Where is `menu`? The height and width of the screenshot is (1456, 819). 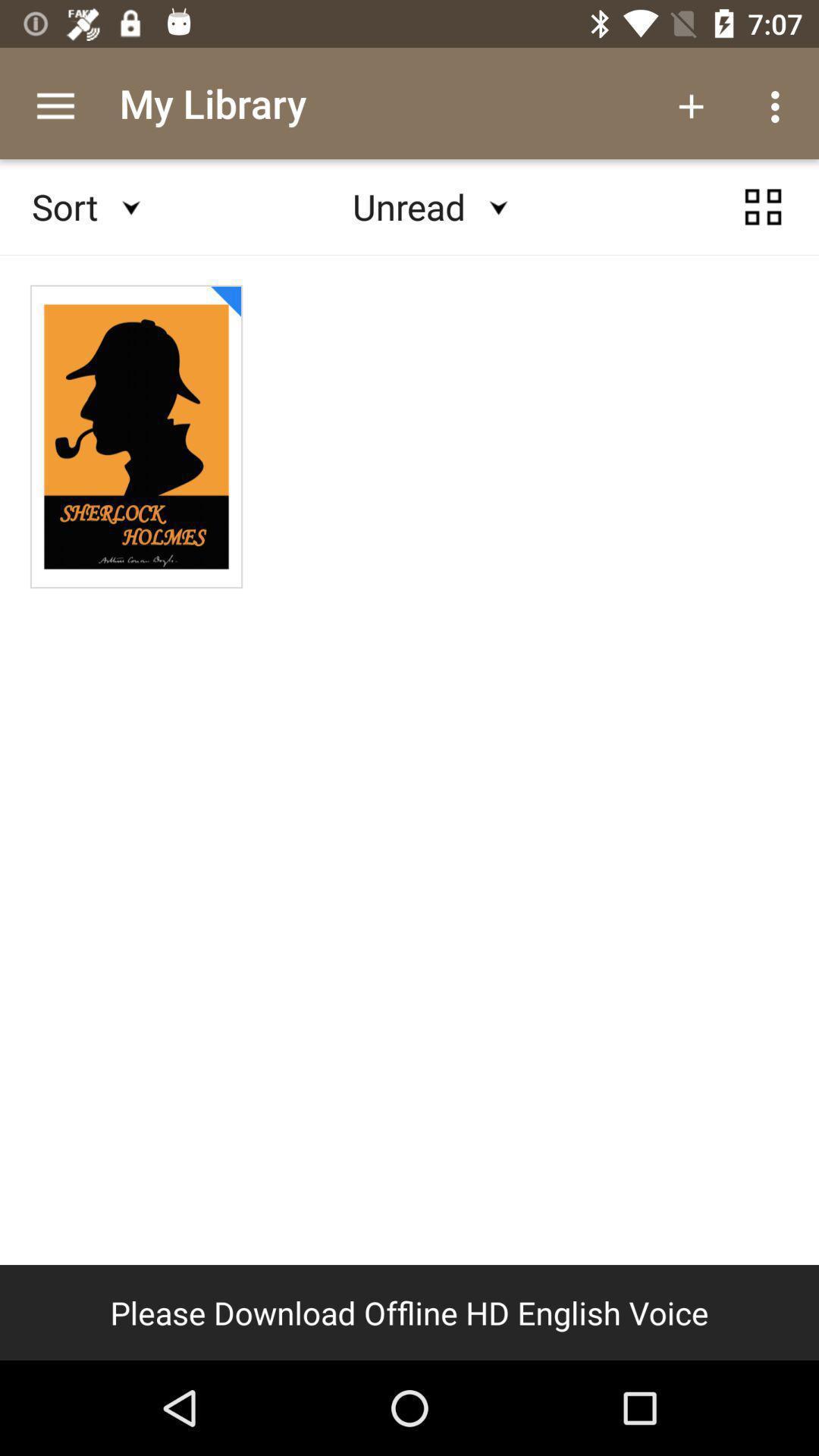 menu is located at coordinates (763, 206).